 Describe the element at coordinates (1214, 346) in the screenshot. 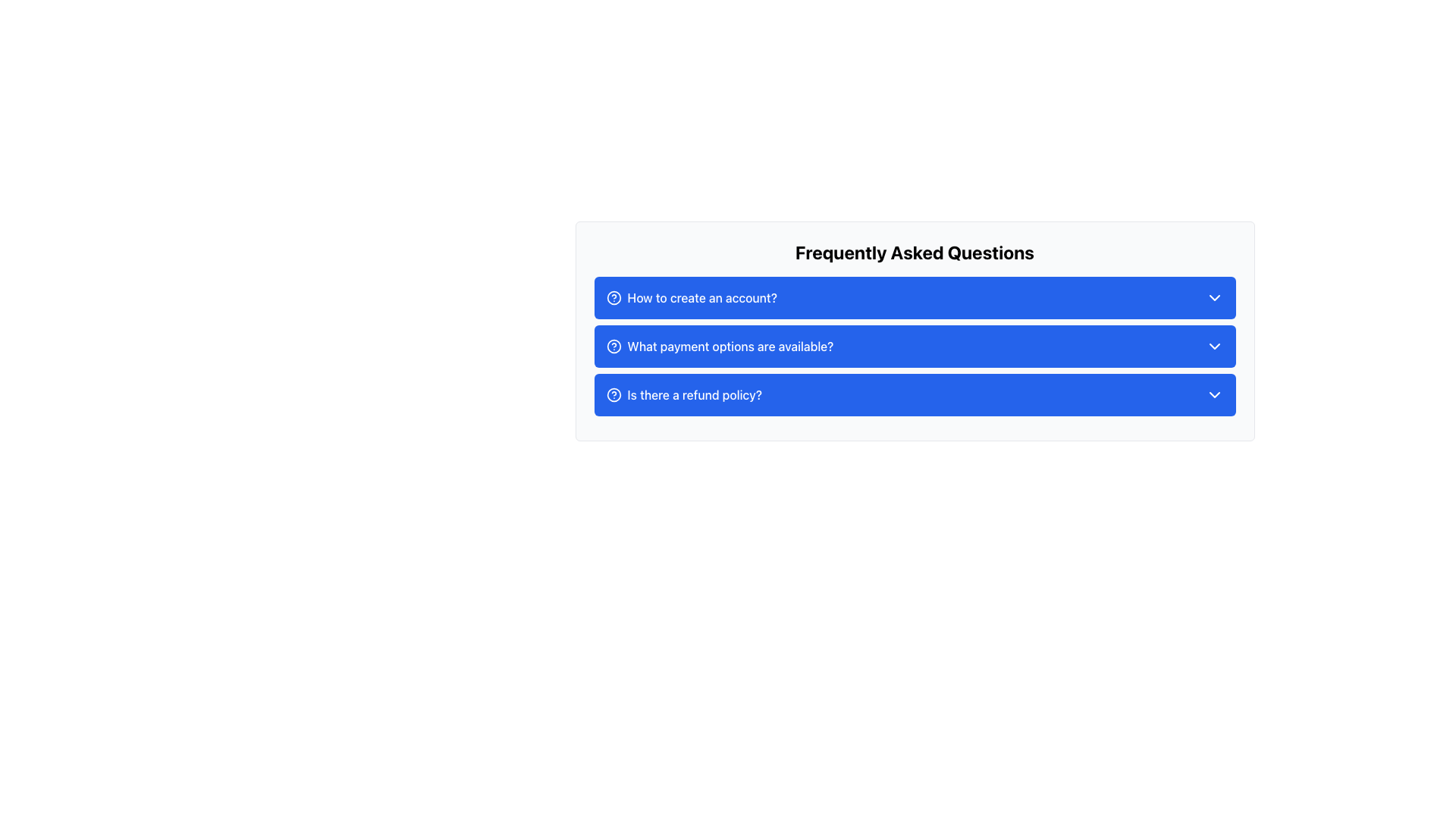

I see `the chevron-down icon located to the far right of the text 'What payment options are available?'` at that location.